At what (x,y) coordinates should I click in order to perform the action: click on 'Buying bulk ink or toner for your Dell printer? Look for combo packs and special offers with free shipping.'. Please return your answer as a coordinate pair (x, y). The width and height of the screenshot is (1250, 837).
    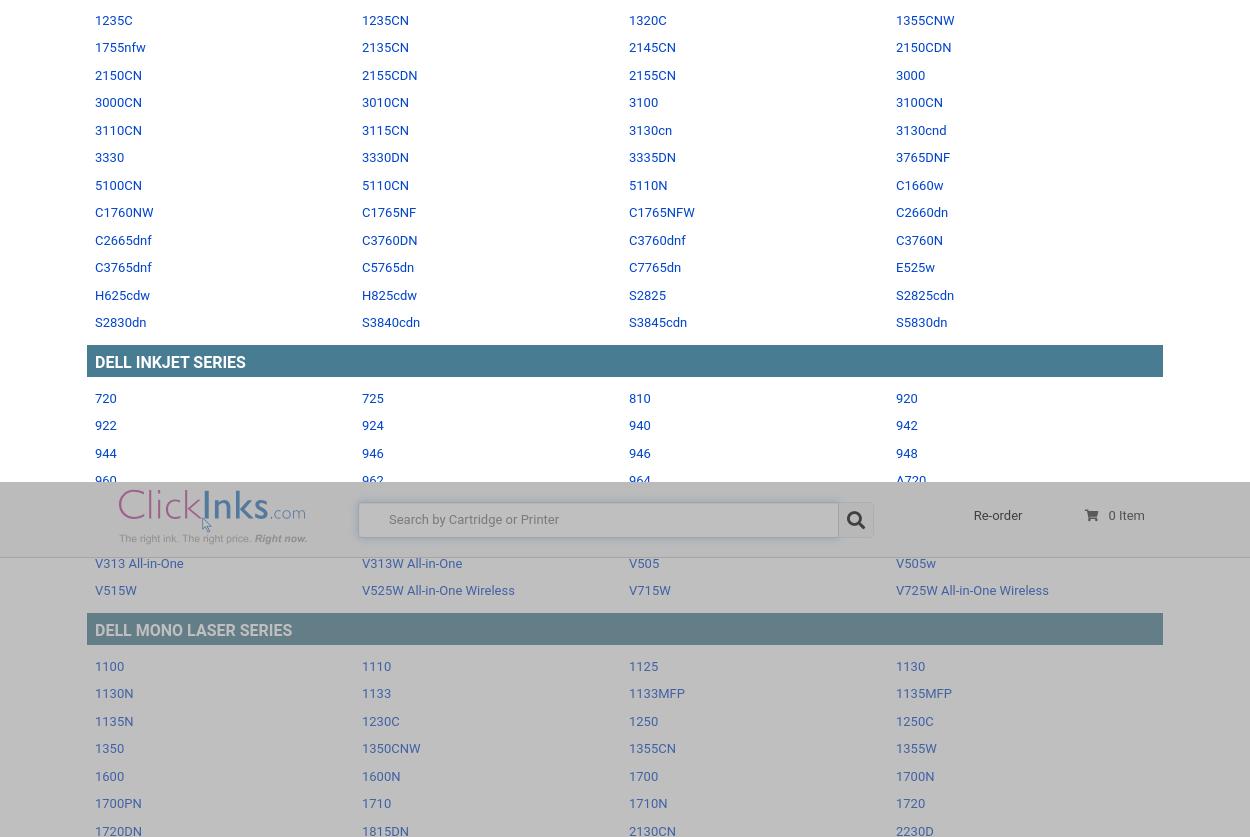
    Looking at the image, I should click on (364, 659).